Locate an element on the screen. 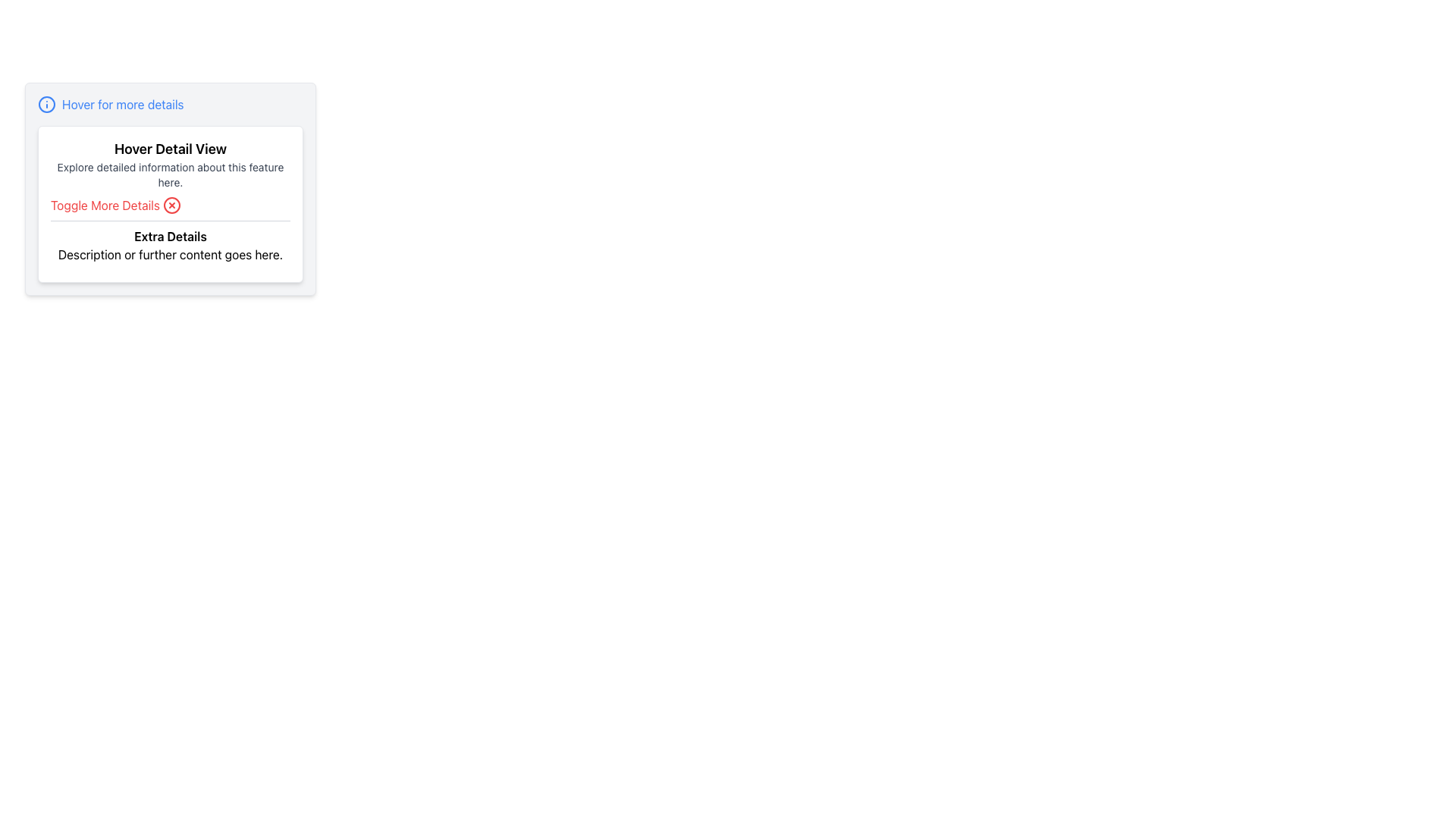  the circular icon with a cross symbol located to the right of the 'Toggle More Details' text label is located at coordinates (171, 205).